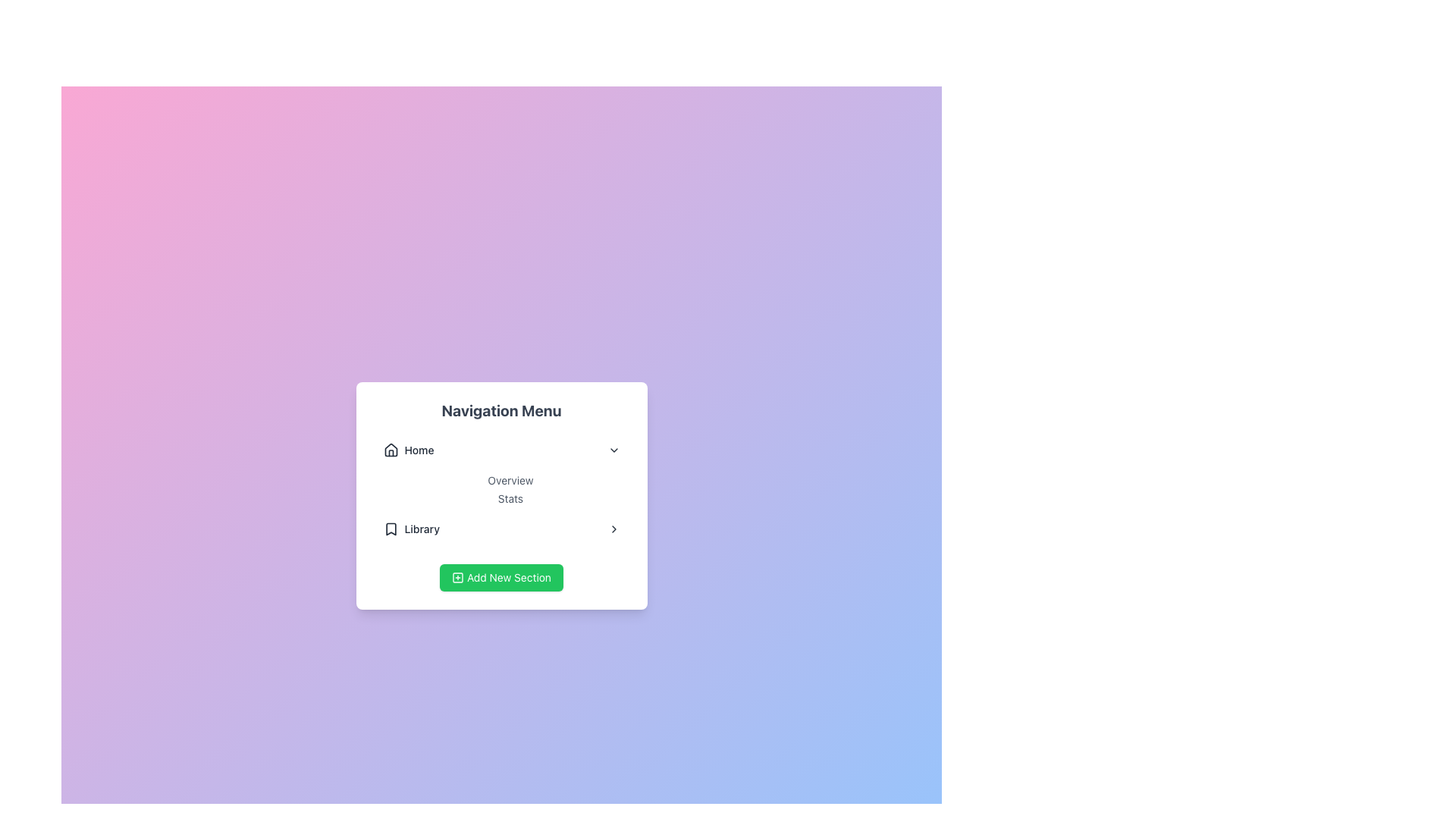 This screenshot has width=1456, height=819. I want to click on the chevron-down icon located at the right end of the 'Home' label in the navigation menu, so click(613, 450).